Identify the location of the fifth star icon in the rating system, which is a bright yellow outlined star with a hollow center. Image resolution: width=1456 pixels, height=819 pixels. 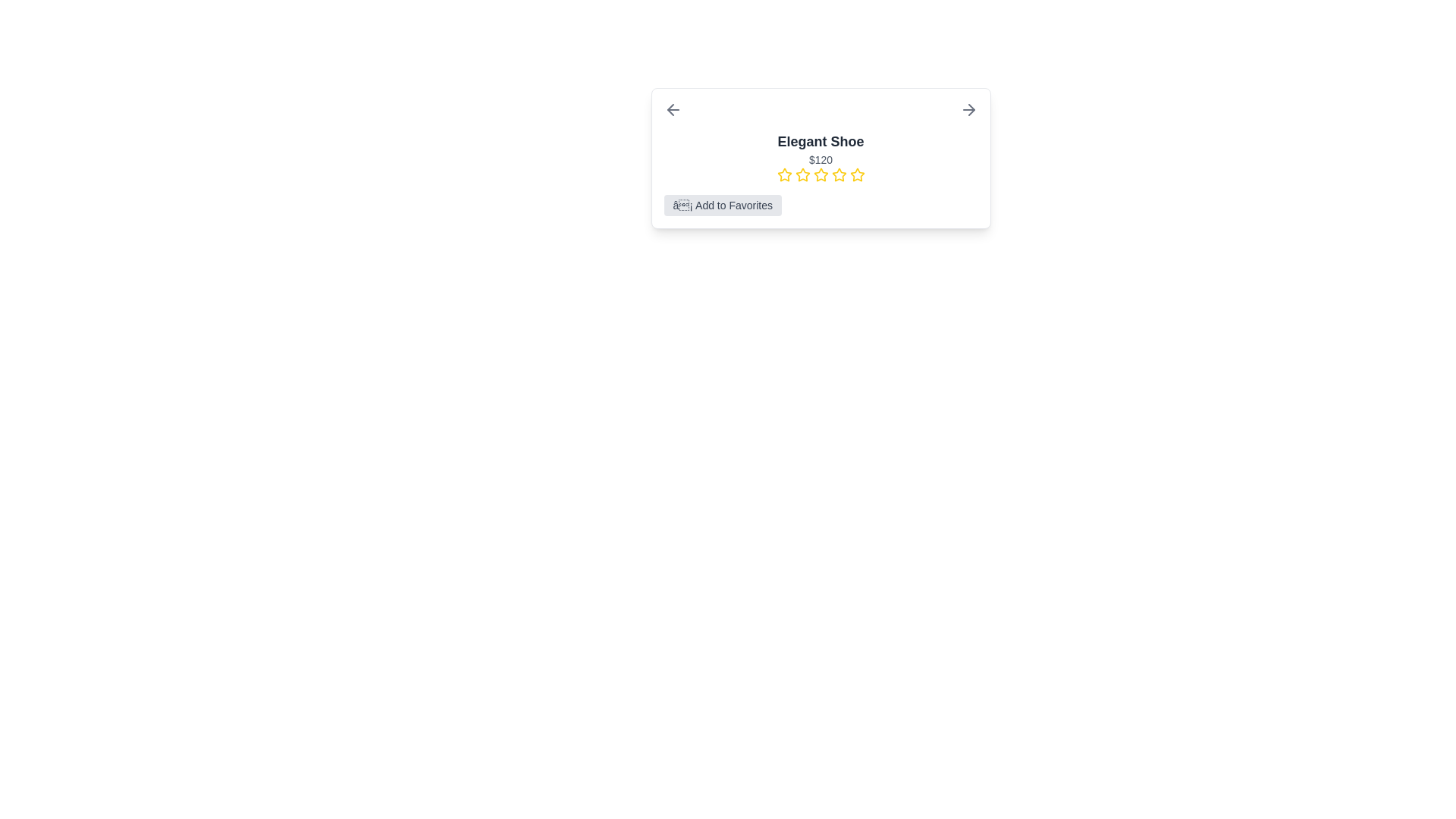
(857, 174).